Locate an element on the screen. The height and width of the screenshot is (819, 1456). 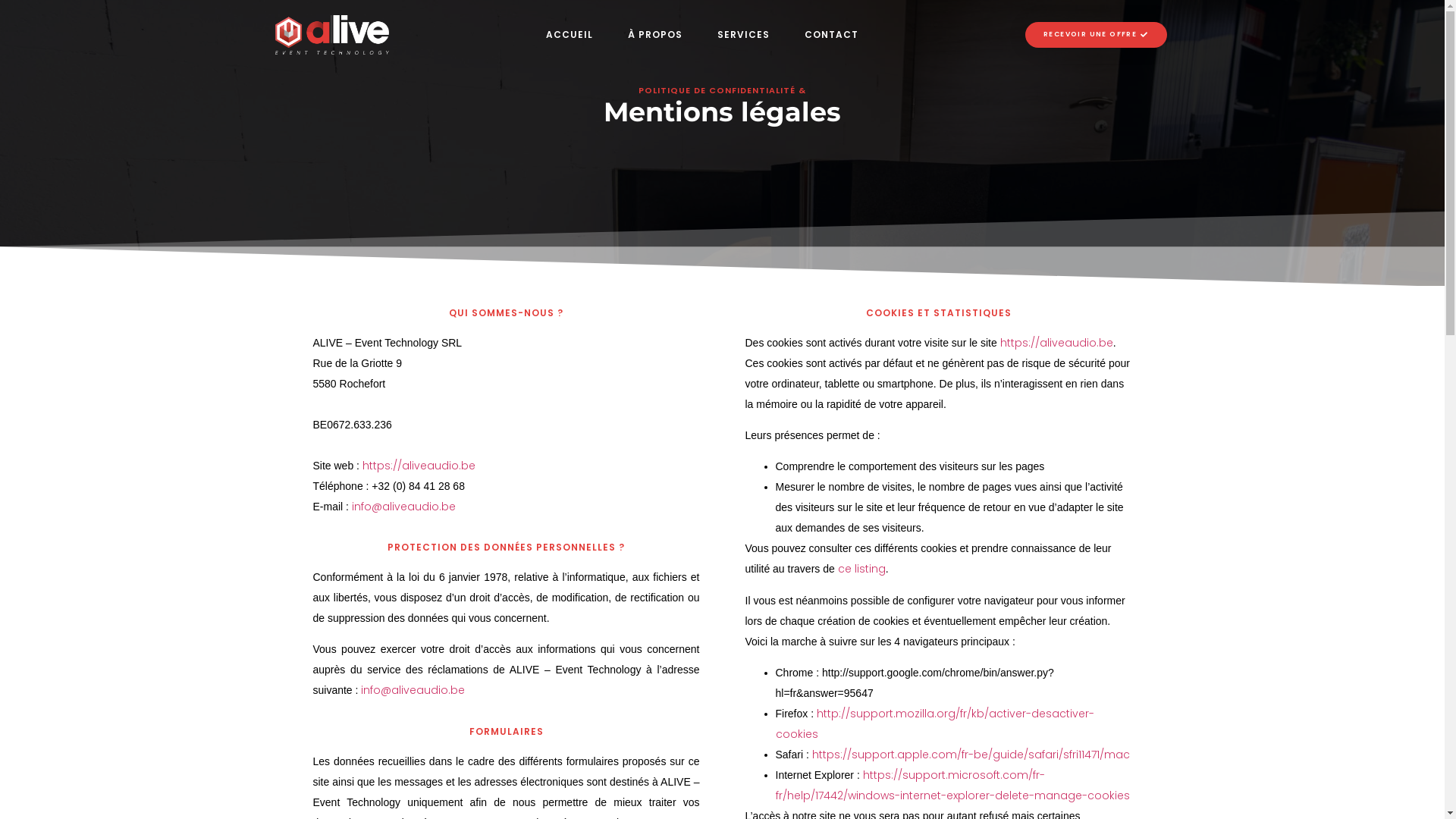
'SERVICES' is located at coordinates (743, 34).